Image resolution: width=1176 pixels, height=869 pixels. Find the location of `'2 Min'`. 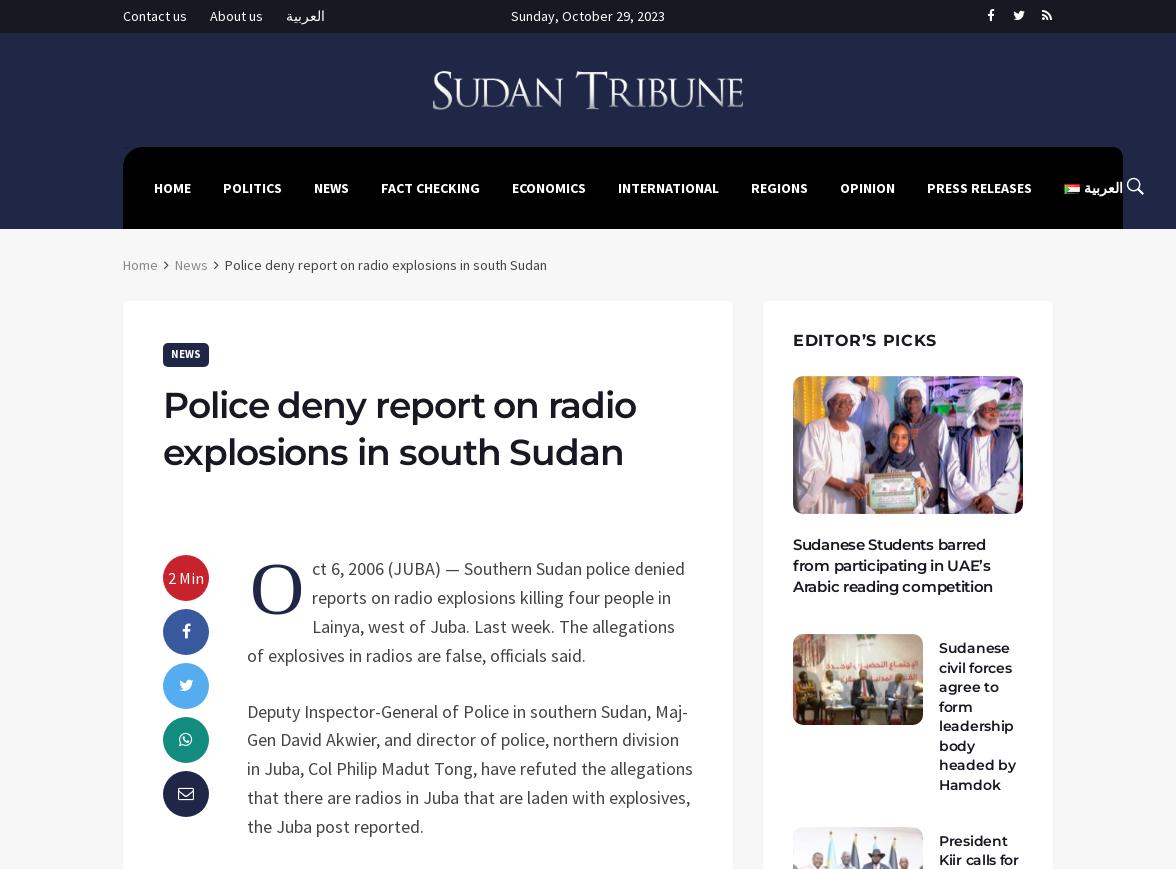

'2 Min' is located at coordinates (186, 577).